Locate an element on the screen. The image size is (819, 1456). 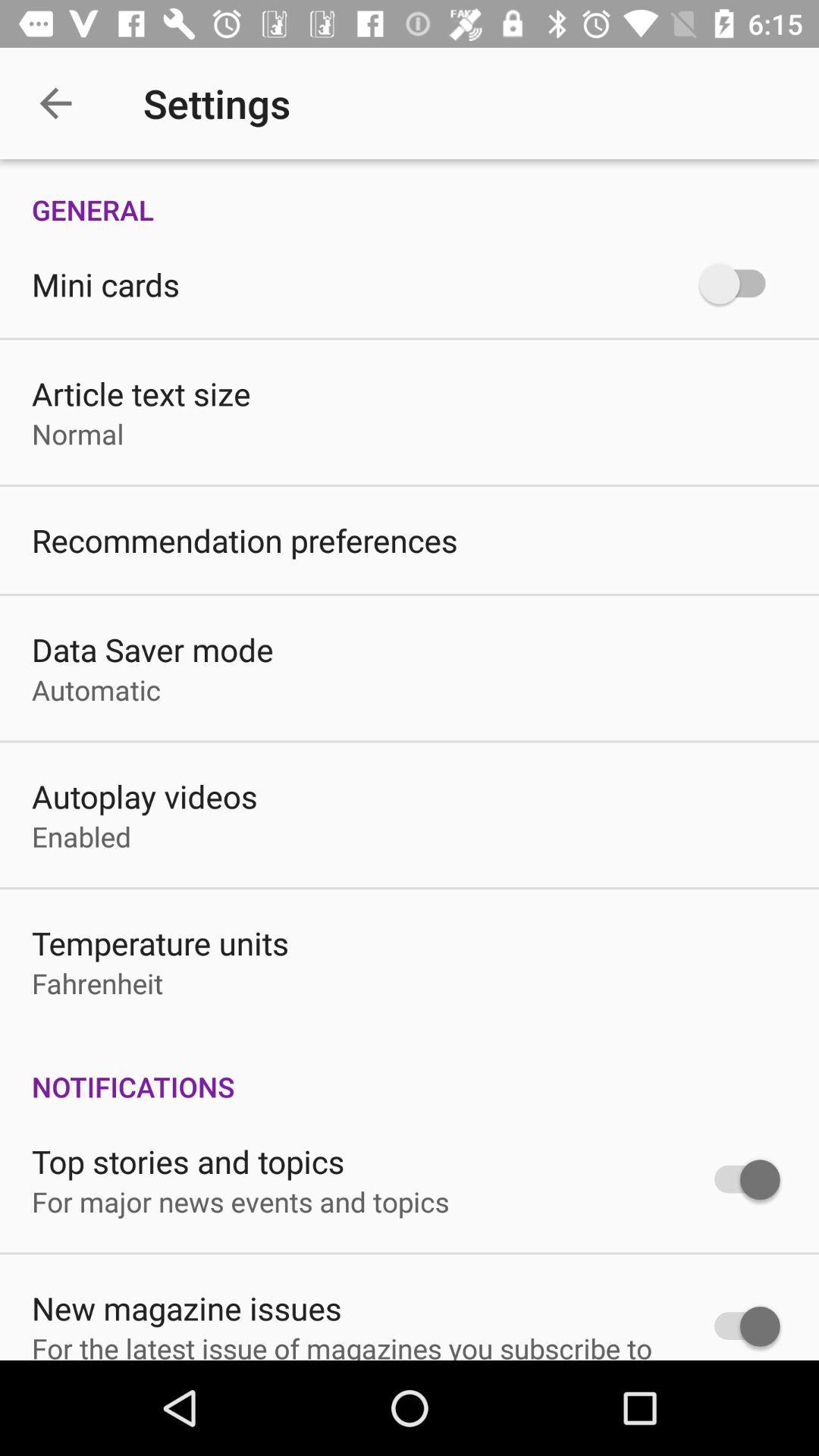
item below the data saver mode item is located at coordinates (96, 689).